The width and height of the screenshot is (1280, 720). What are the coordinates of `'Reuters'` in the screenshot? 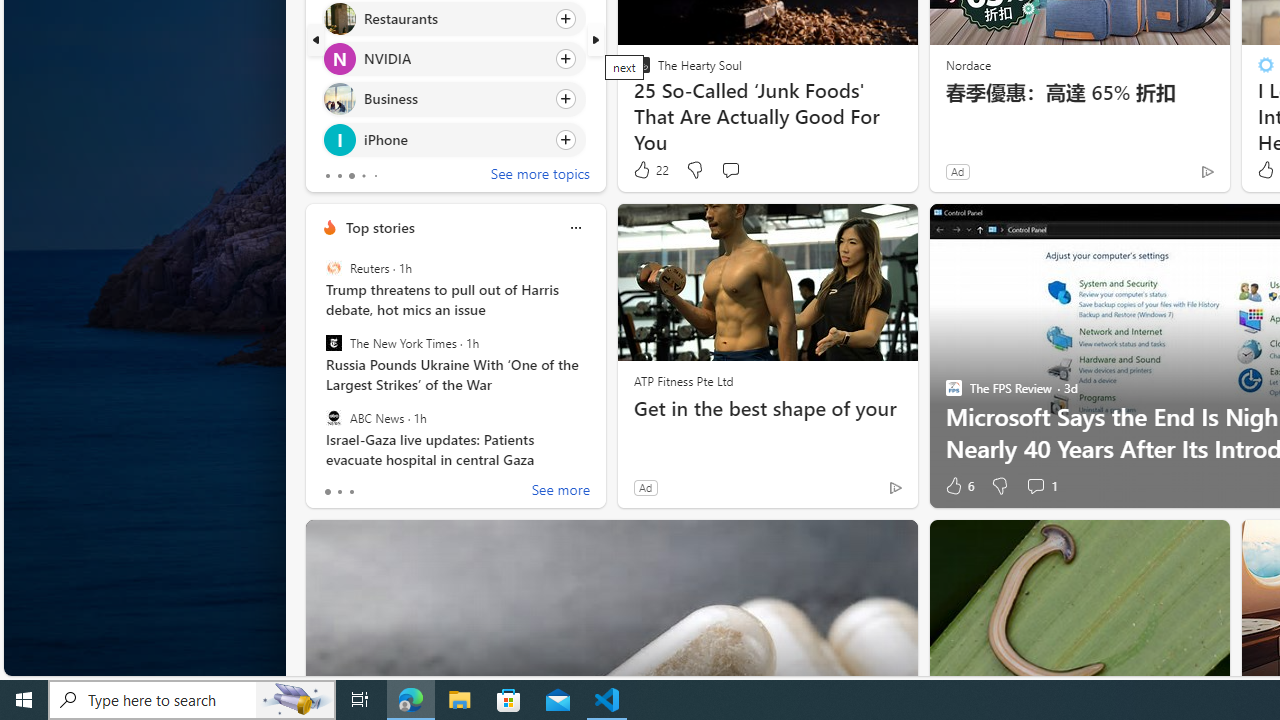 It's located at (333, 267).